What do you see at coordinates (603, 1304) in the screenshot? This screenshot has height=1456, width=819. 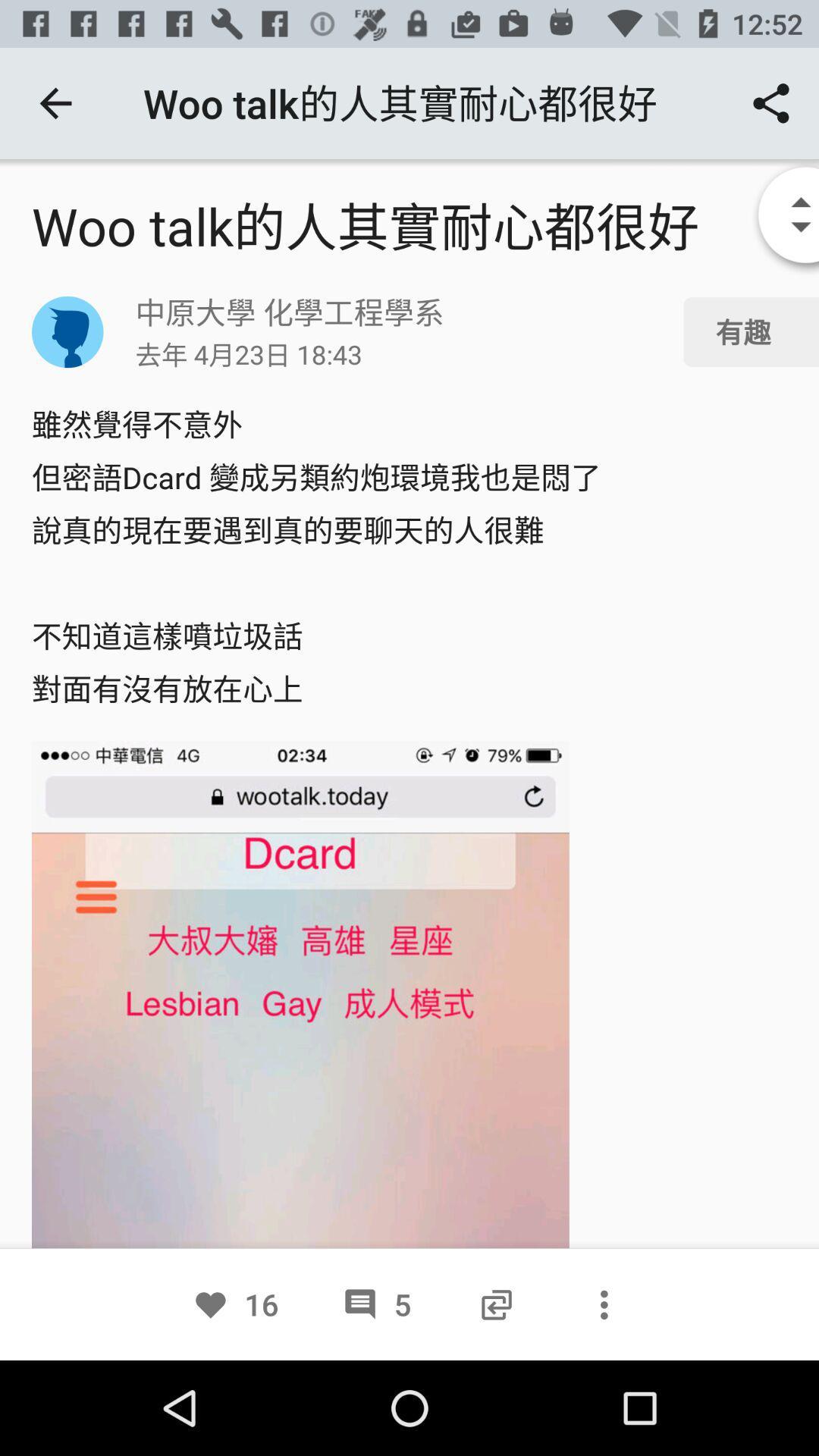 I see `icon at the bottom right corner` at bounding box center [603, 1304].